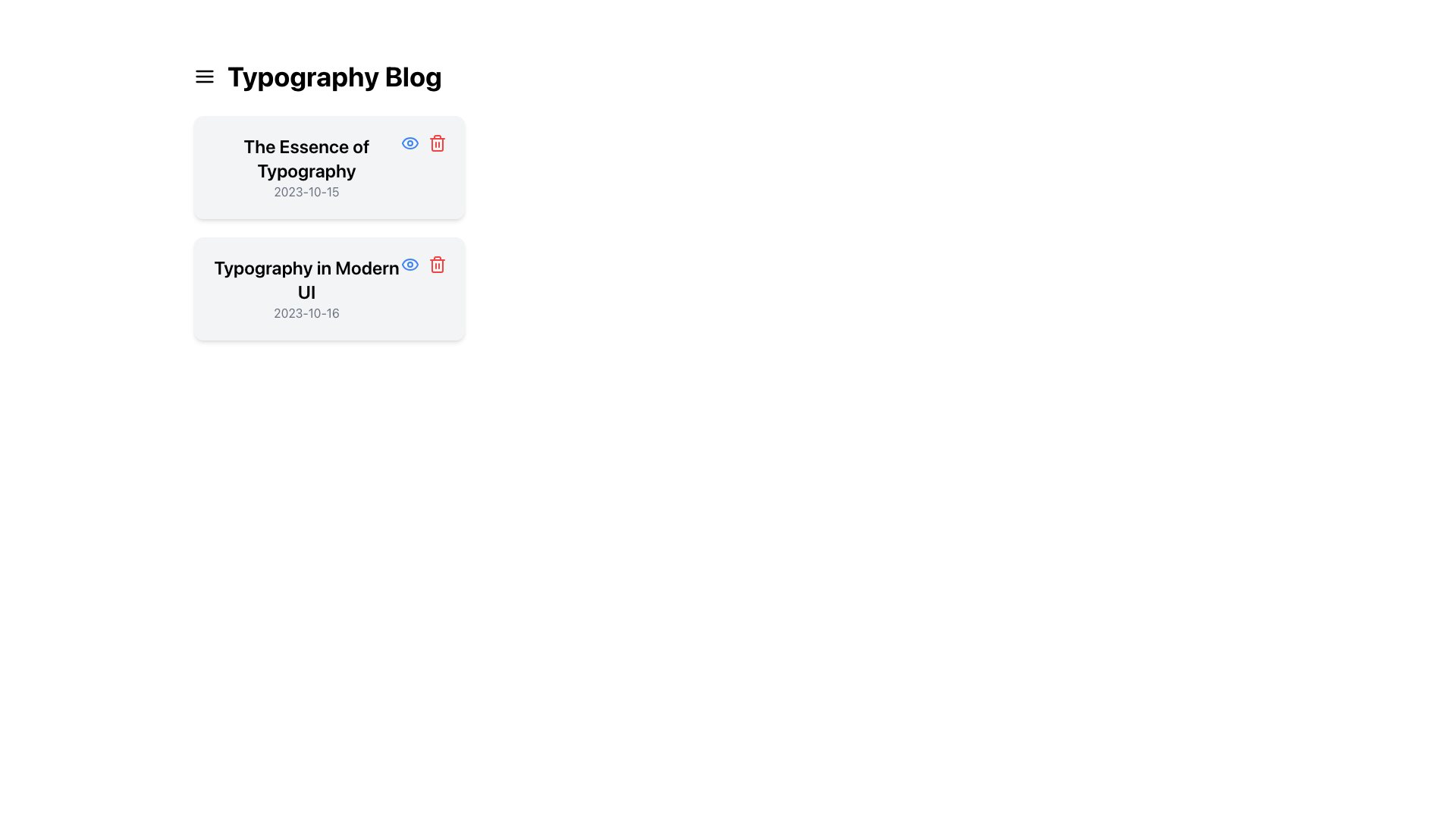  Describe the element at coordinates (423, 263) in the screenshot. I see `the trash bin icon in the interactive icon group` at that location.